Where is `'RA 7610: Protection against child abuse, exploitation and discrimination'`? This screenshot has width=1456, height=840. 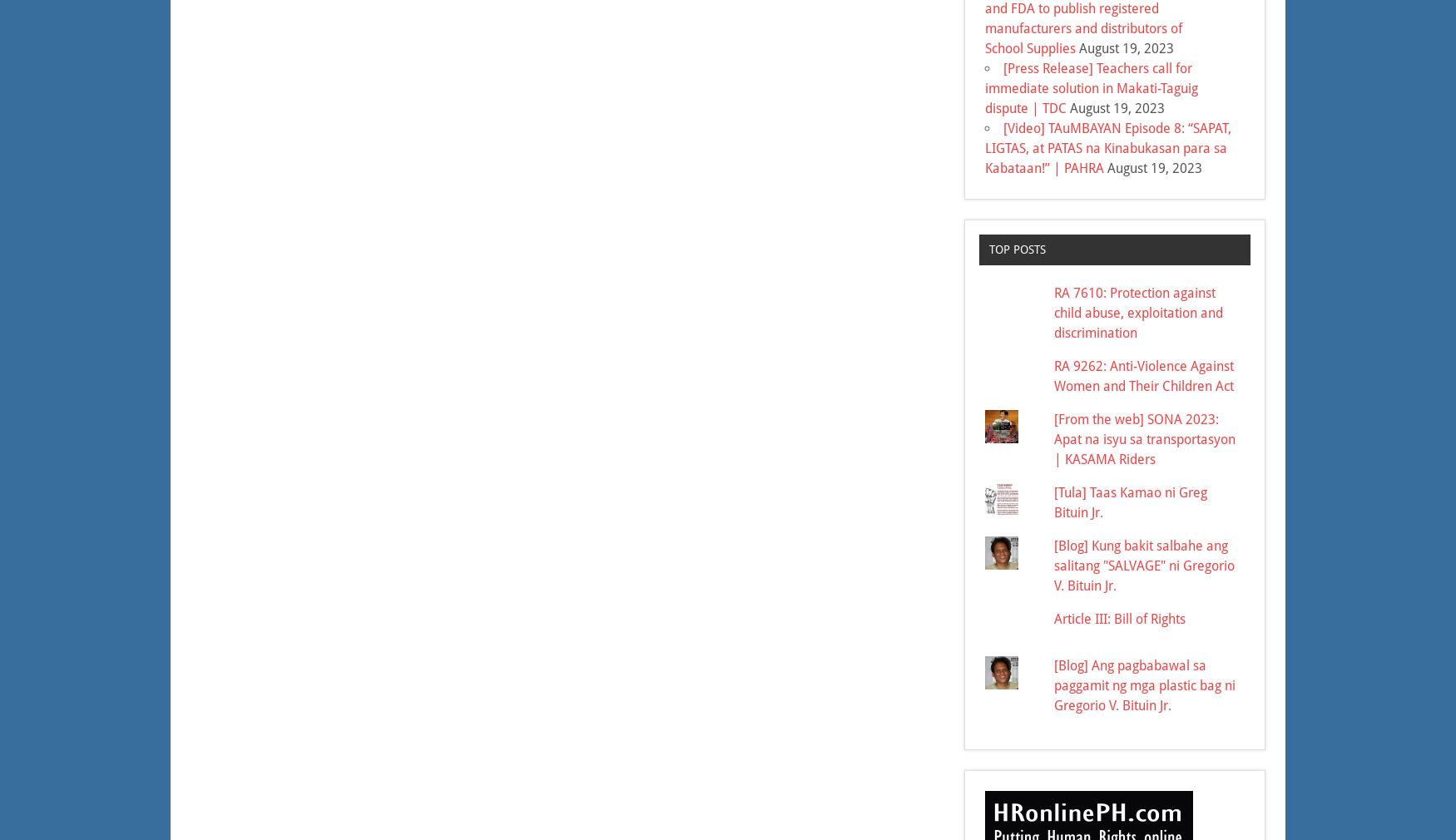 'RA 7610: Protection against child abuse, exploitation and discrimination' is located at coordinates (1053, 312).